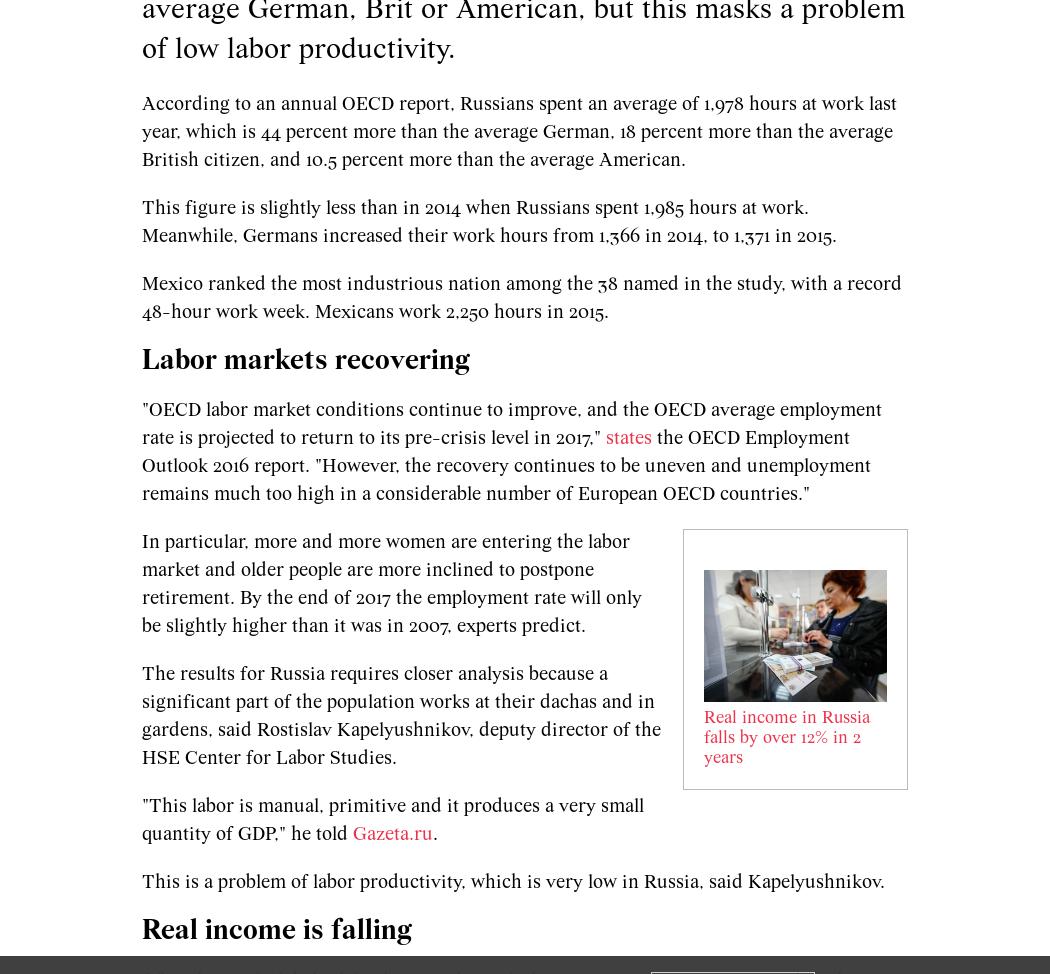  I want to click on 'Labor markets recovering', so click(309, 360).